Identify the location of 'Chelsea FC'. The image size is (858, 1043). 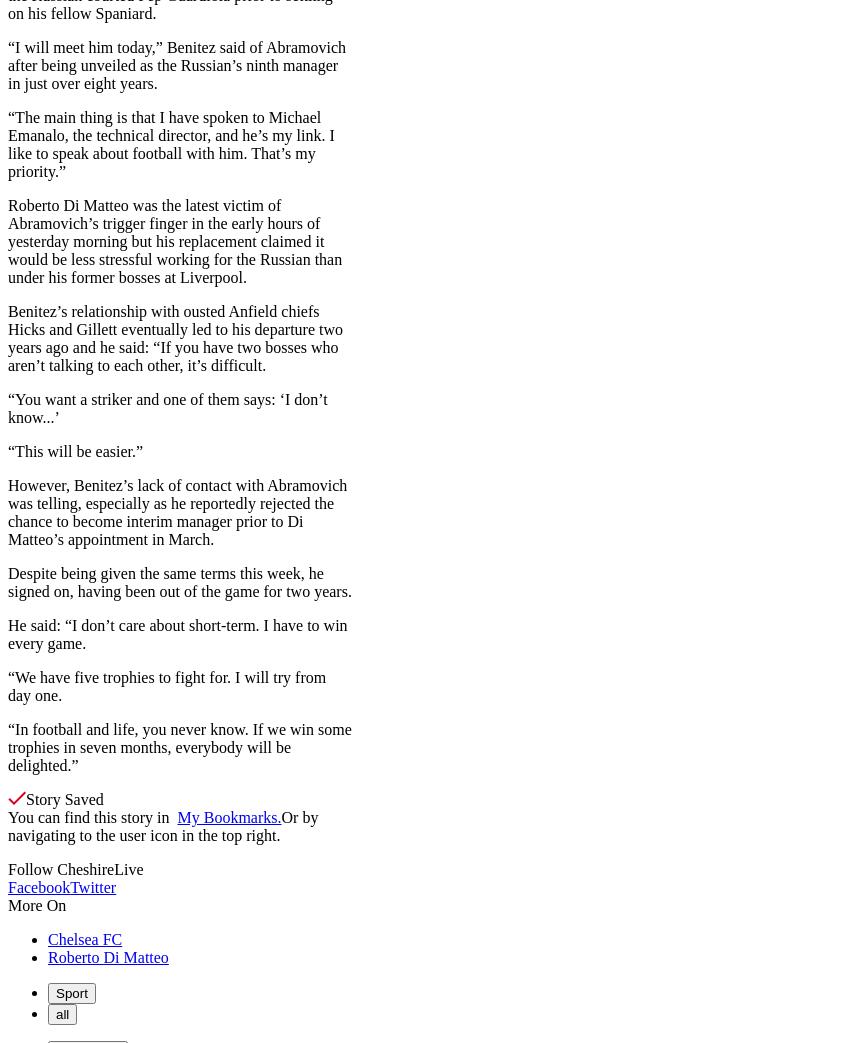
(84, 937).